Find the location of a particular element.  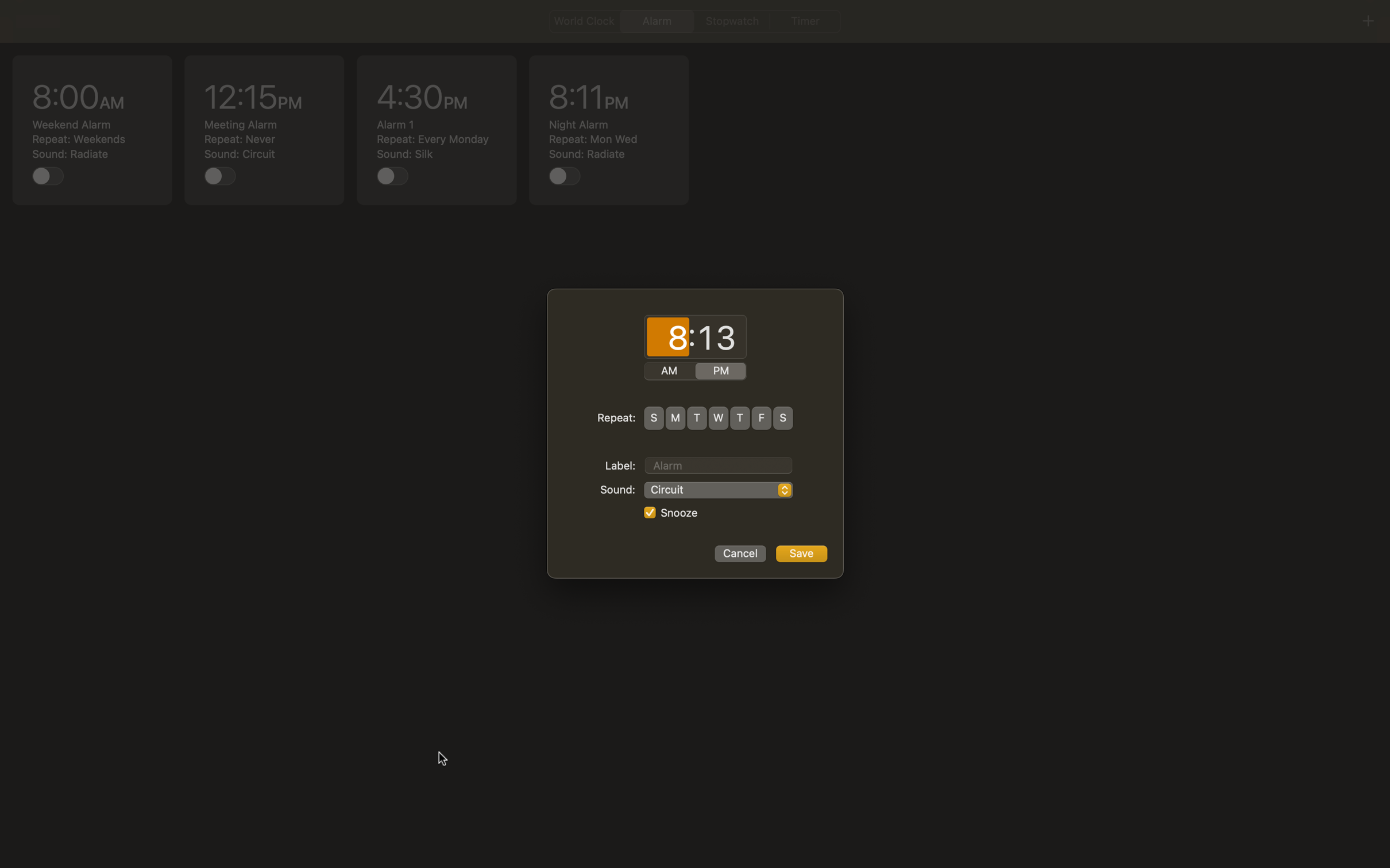

Disable snooze is located at coordinates (648, 513).